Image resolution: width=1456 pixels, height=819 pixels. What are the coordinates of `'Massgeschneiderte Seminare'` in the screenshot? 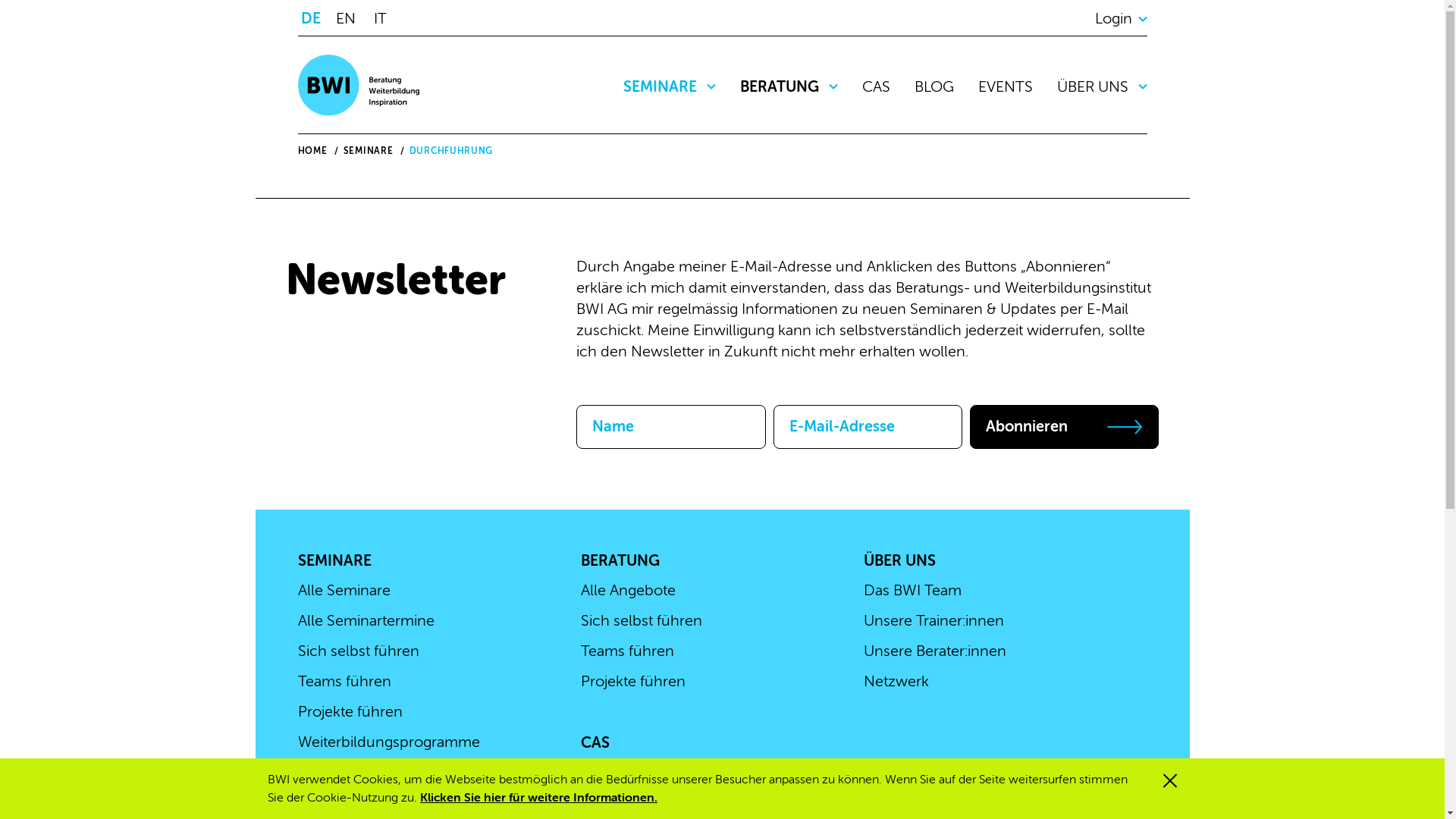 It's located at (397, 772).